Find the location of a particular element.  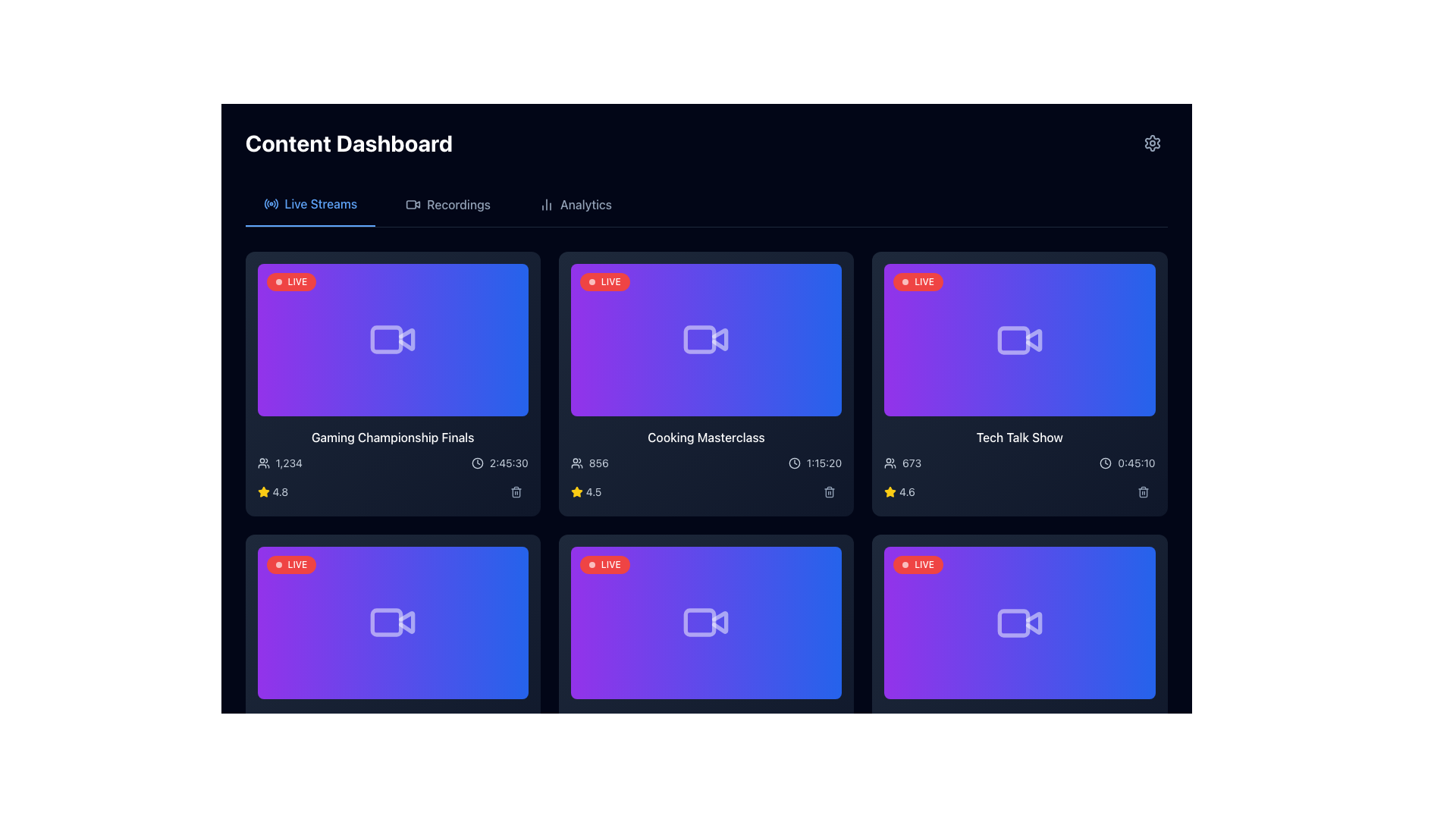

the rating score text label located in the lower metadata section of the second card in the second row of the grid layout is located at coordinates (272, 775).